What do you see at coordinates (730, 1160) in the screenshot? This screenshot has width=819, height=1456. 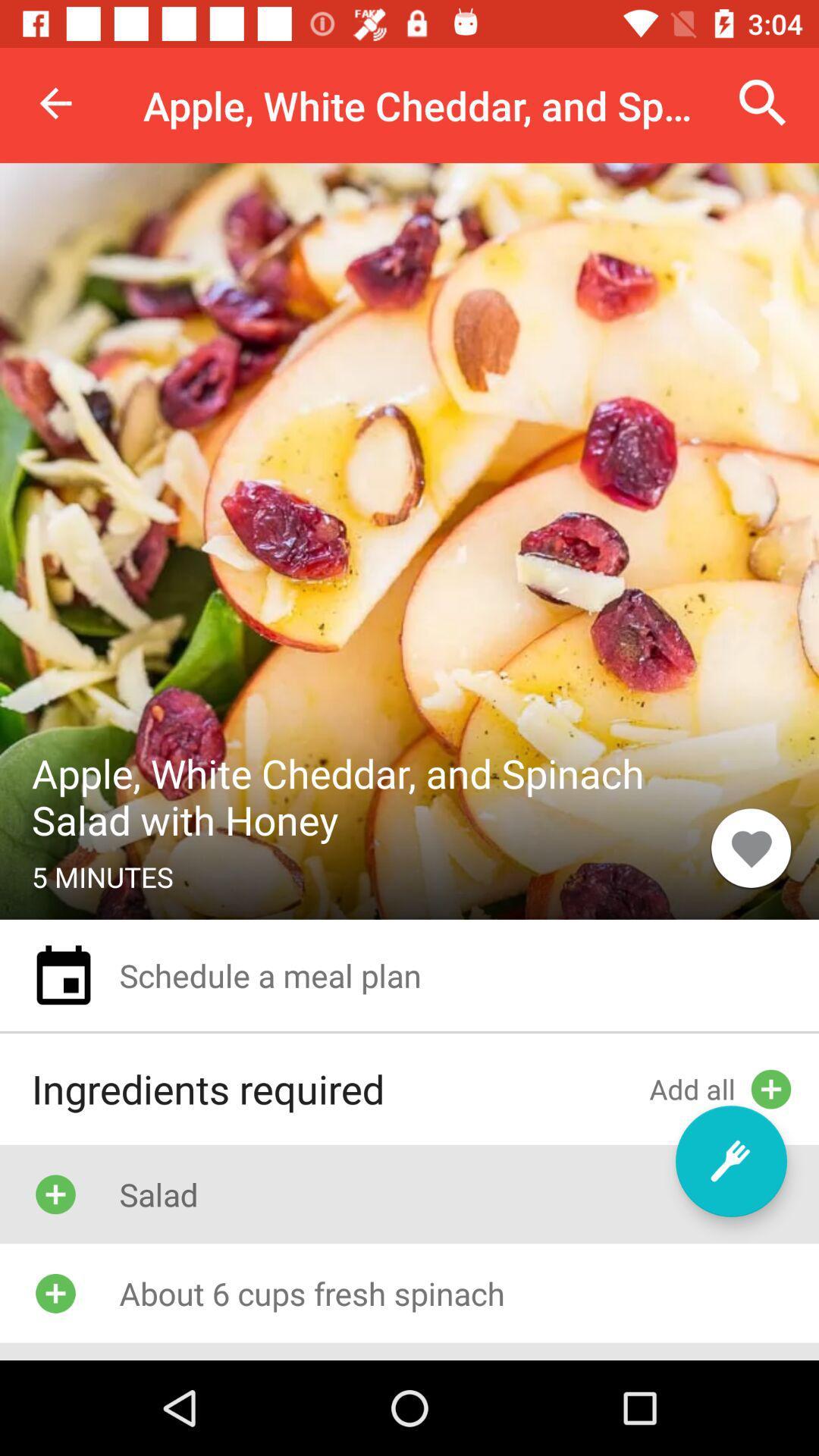 I see `the item to the right of ingredients required item` at bounding box center [730, 1160].